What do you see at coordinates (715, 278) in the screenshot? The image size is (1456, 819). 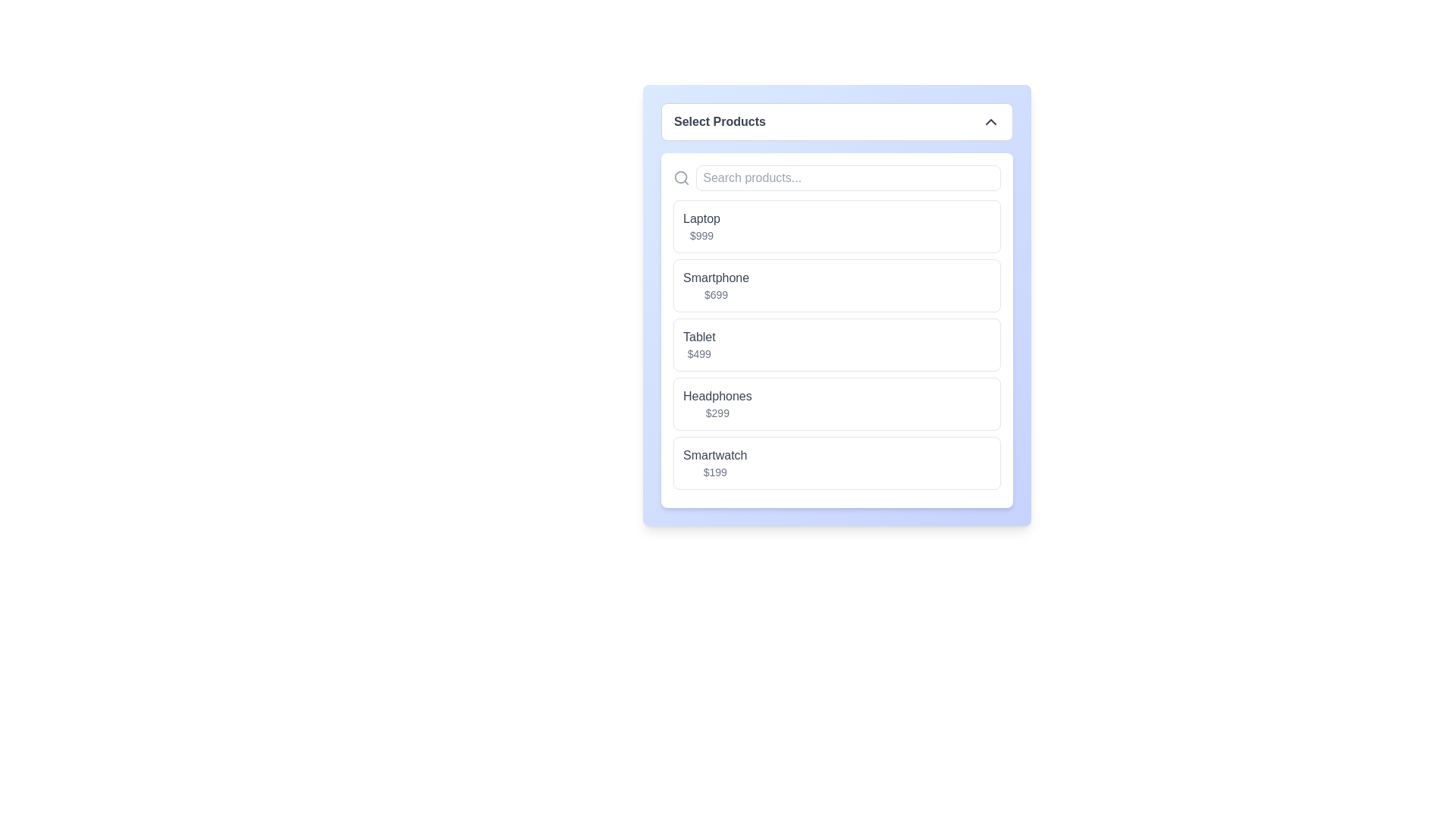 I see `the product name label that is the second item in the list under 'Laptop', which displays the product name` at bounding box center [715, 278].